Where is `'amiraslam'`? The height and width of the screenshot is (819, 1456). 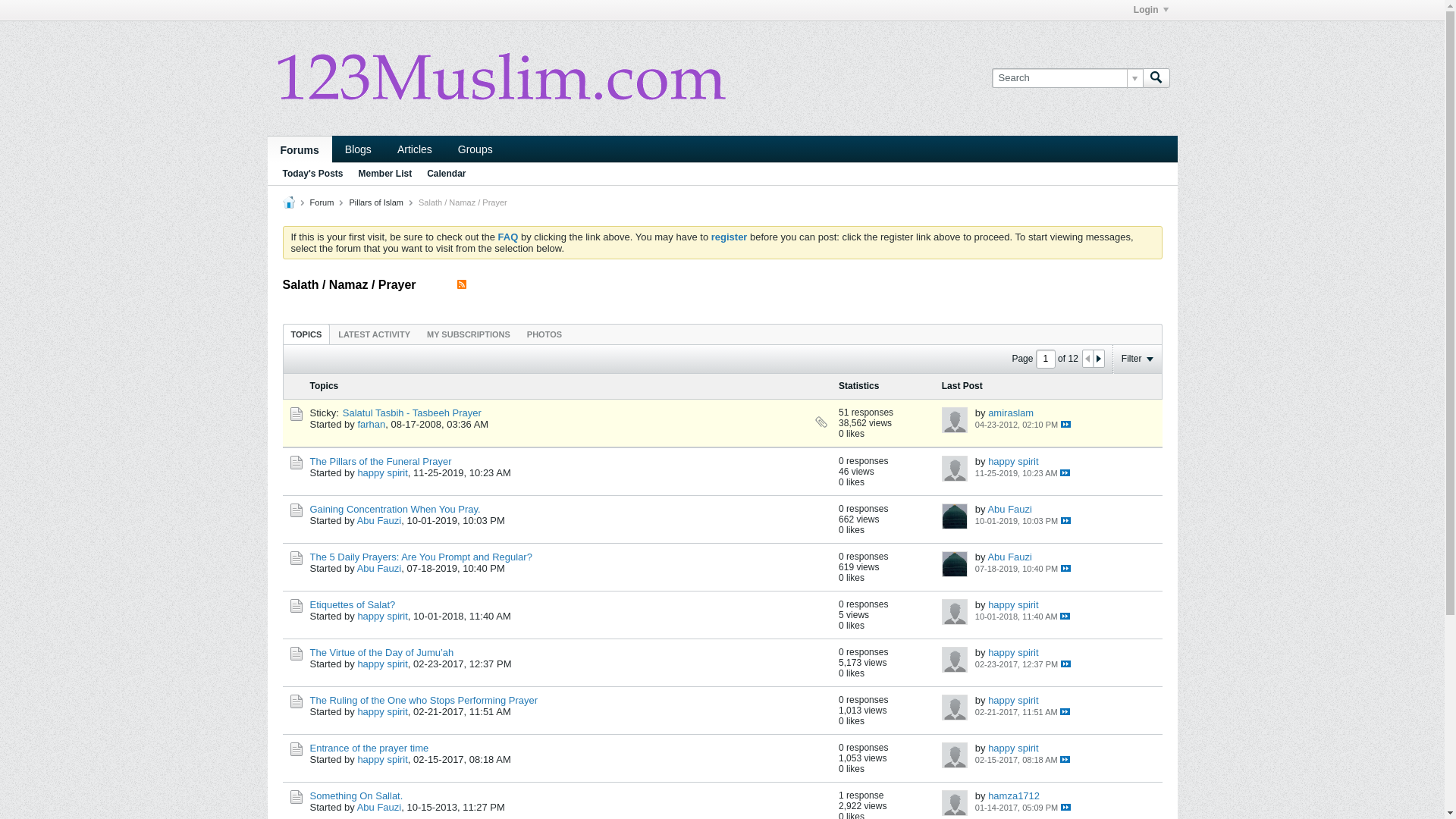
'amiraslam' is located at coordinates (953, 420).